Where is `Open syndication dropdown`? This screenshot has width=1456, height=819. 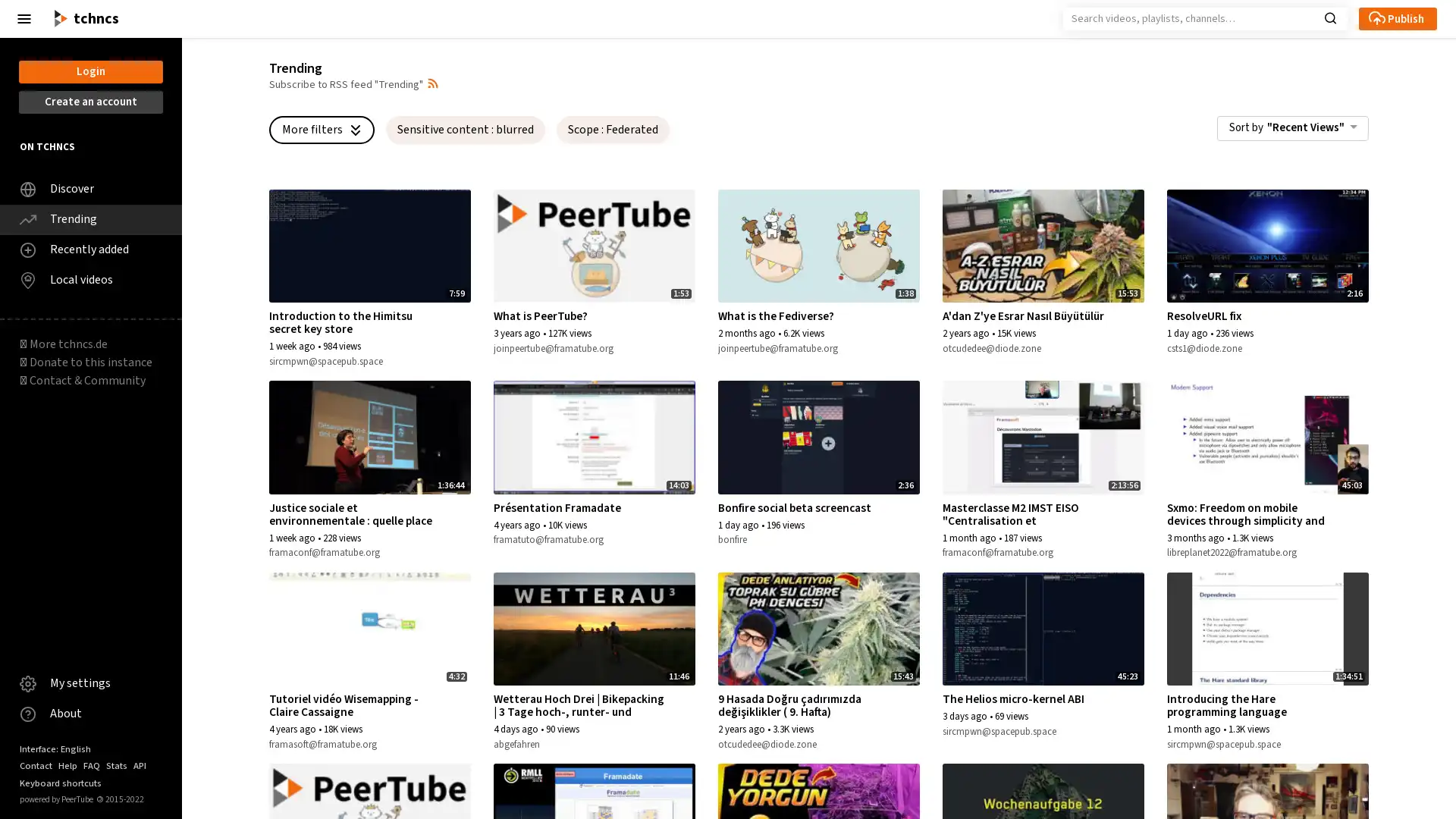 Open syndication dropdown is located at coordinates (432, 82).